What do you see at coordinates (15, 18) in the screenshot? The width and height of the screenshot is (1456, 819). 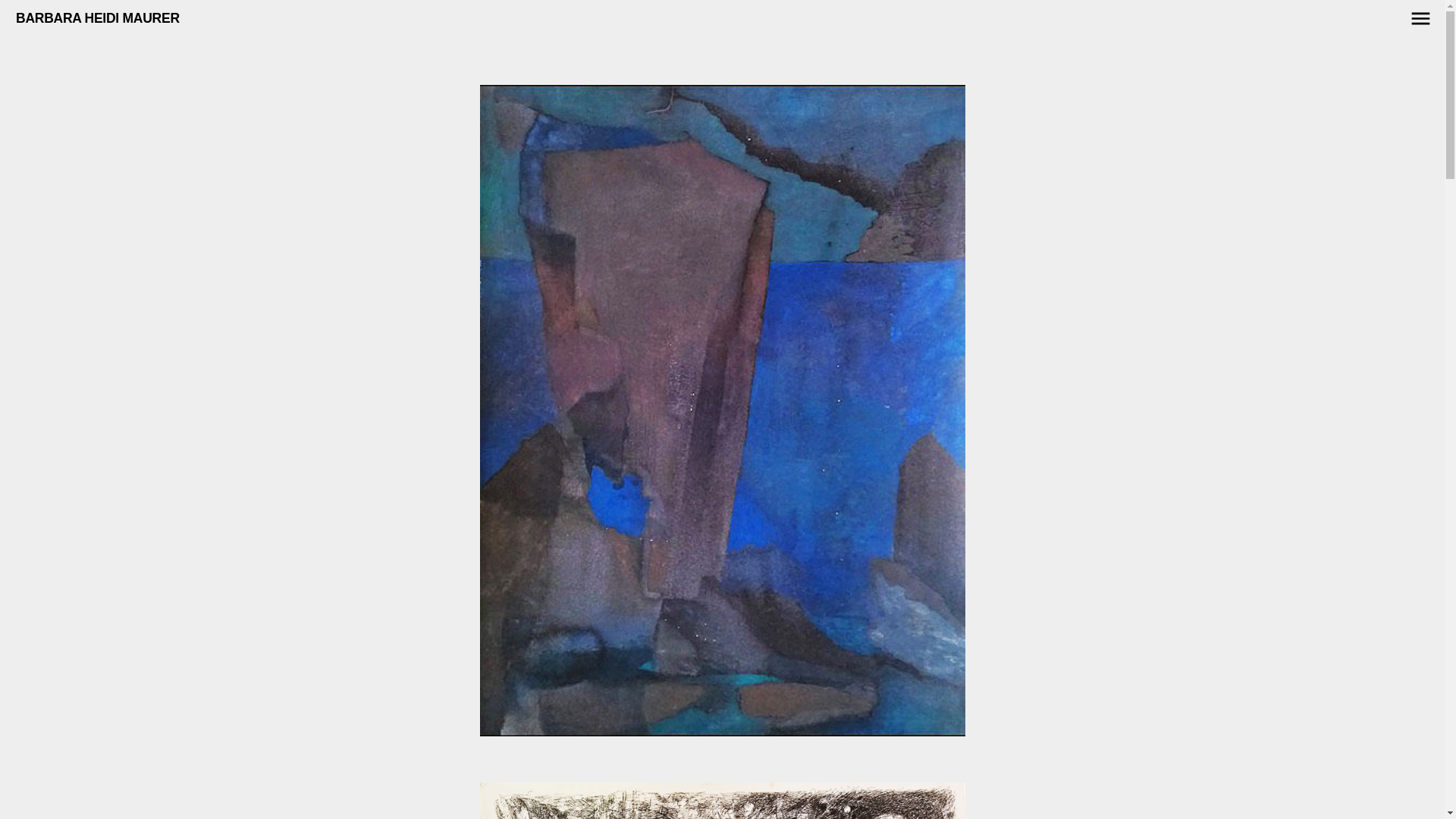 I see `'BARBARA HEIDI MAURER'` at bounding box center [15, 18].